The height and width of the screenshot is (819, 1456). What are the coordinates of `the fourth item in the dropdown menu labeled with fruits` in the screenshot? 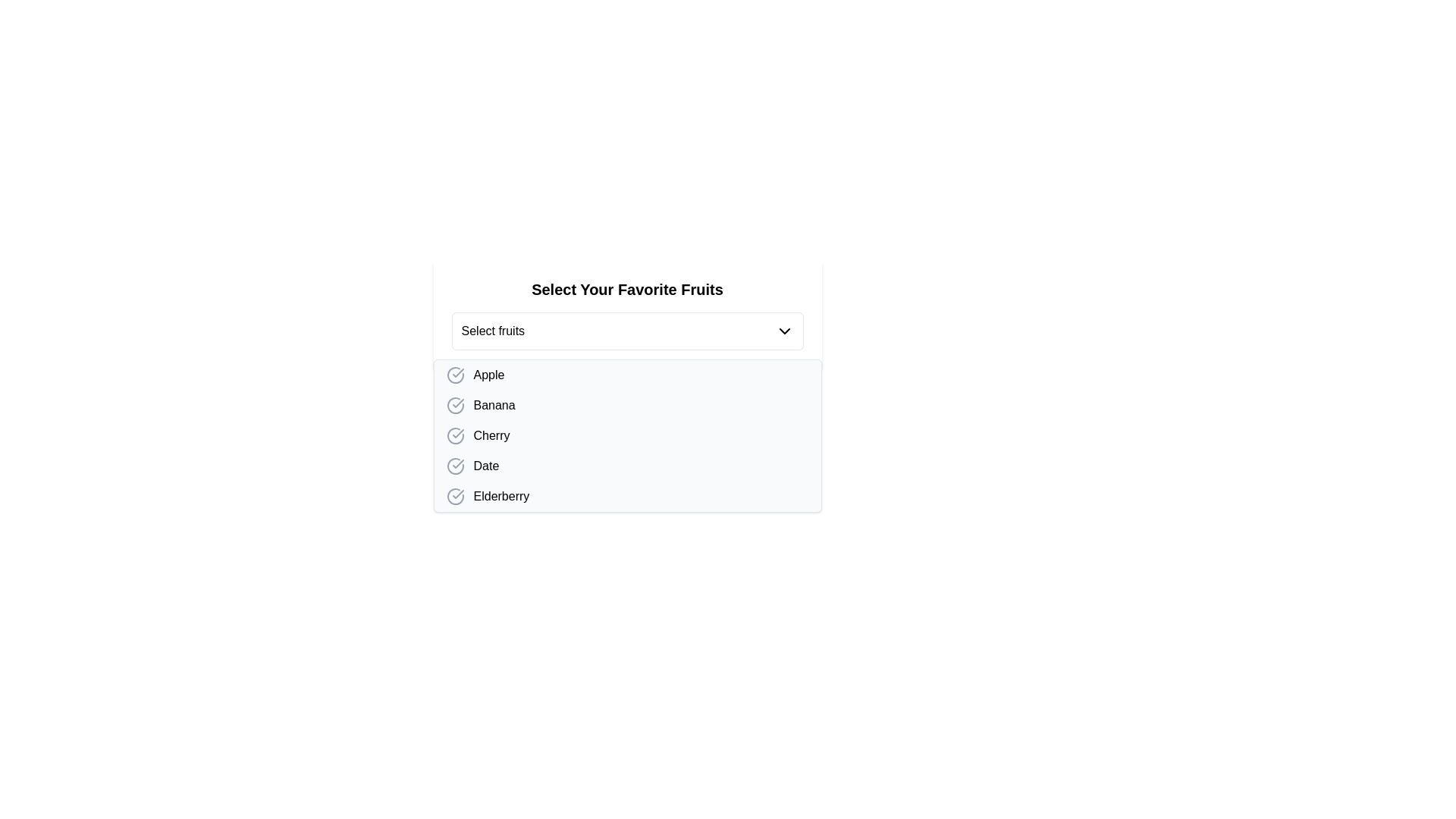 It's located at (627, 465).